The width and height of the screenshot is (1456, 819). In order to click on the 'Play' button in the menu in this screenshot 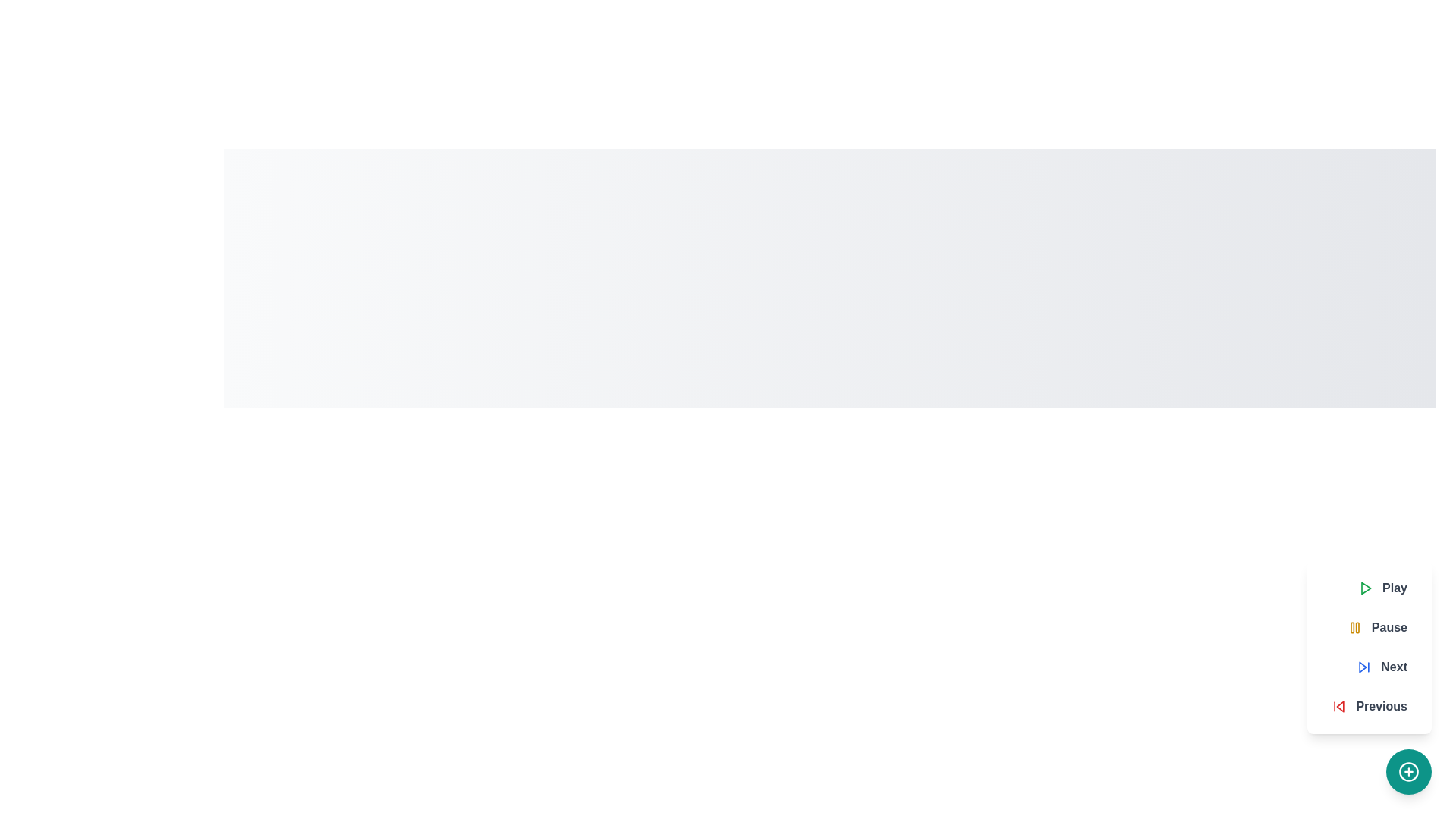, I will do `click(1382, 587)`.